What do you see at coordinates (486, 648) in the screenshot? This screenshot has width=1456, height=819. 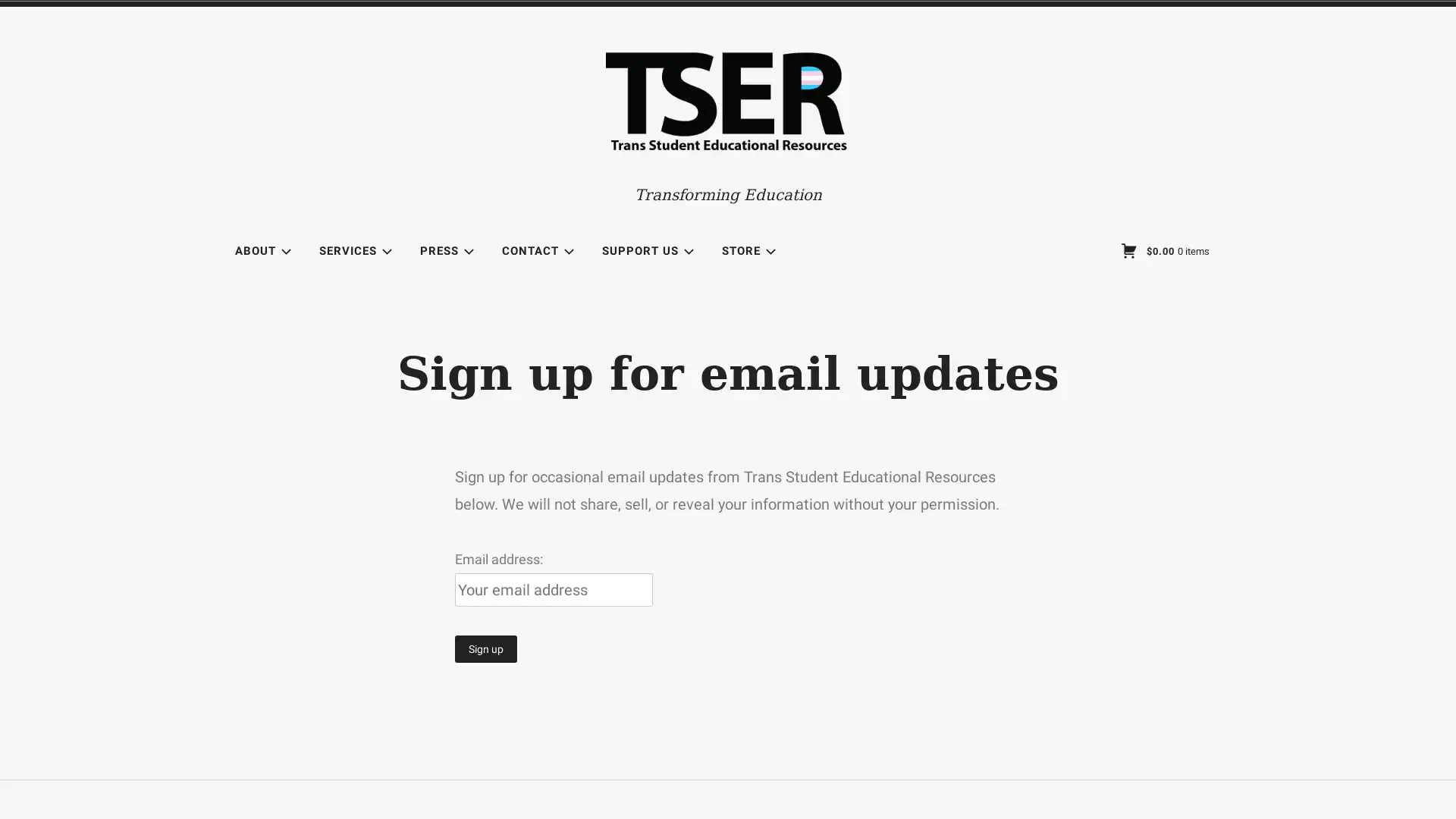 I see `Sign up` at bounding box center [486, 648].